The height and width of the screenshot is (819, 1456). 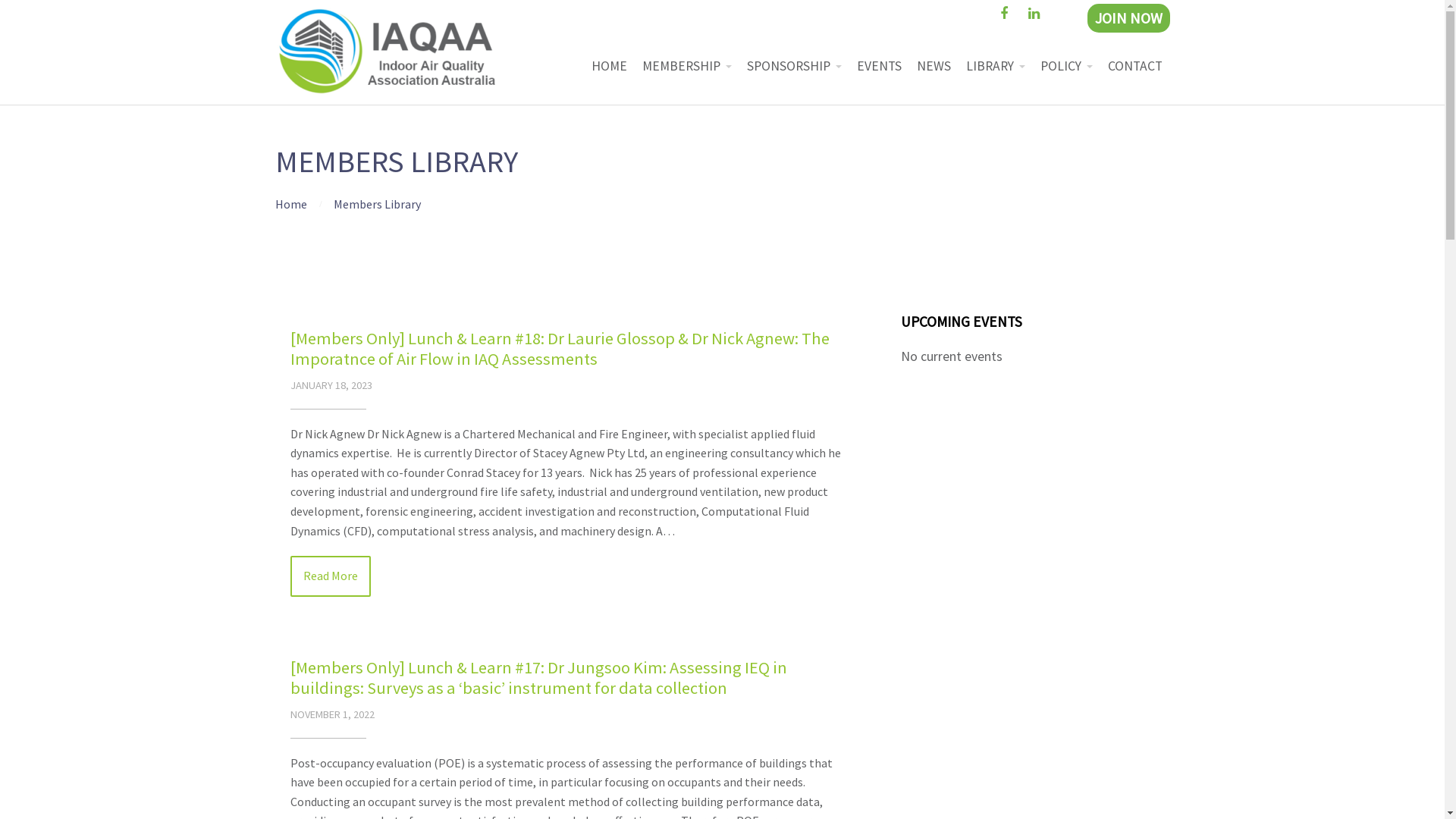 What do you see at coordinates (290, 576) in the screenshot?
I see `'Read More'` at bounding box center [290, 576].